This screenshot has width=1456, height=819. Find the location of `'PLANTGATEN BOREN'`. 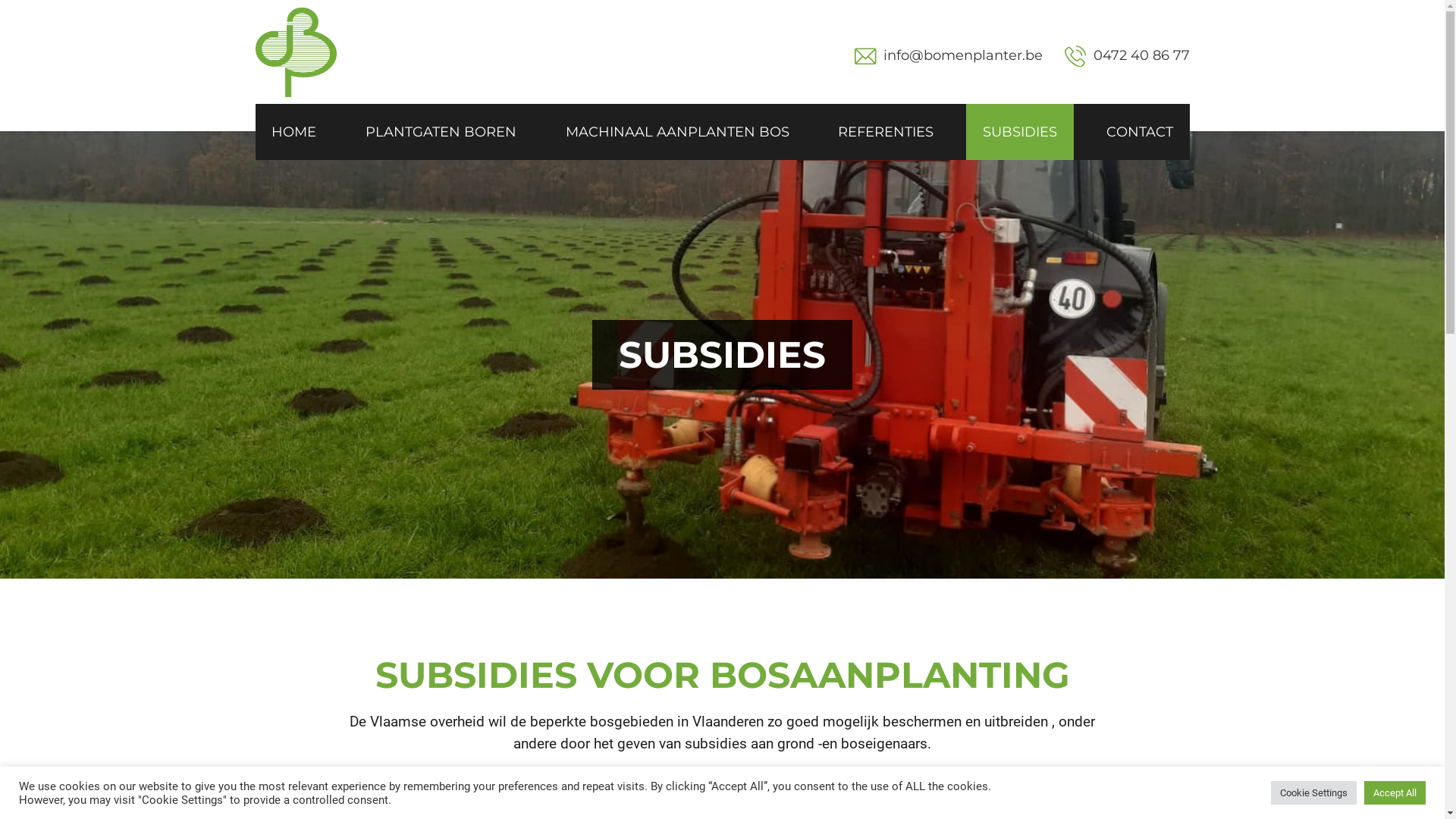

'PLANTGATEN BOREN' is located at coordinates (440, 130).